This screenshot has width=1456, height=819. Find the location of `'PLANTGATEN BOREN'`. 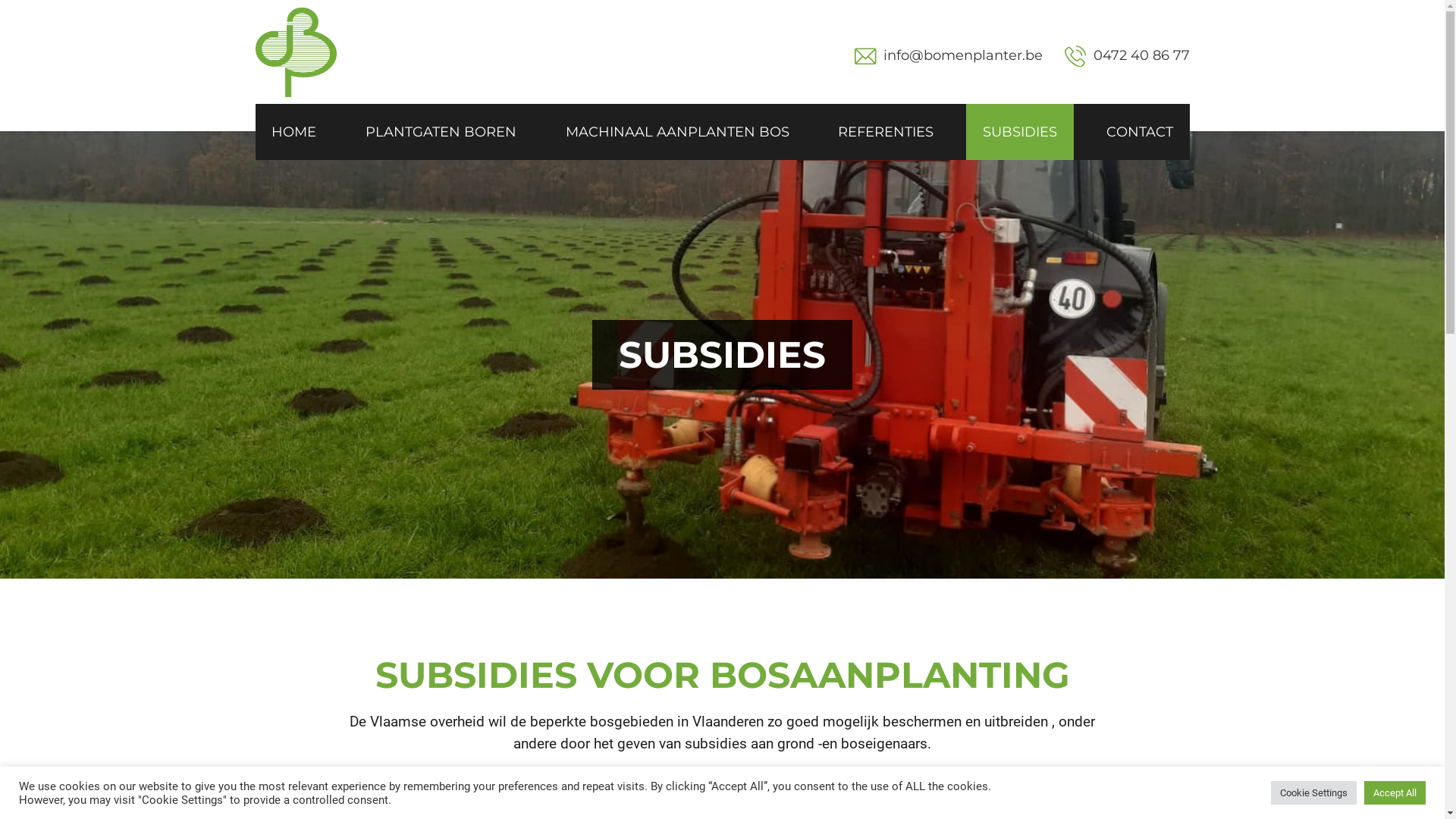

'PLANTGATEN BOREN' is located at coordinates (440, 130).